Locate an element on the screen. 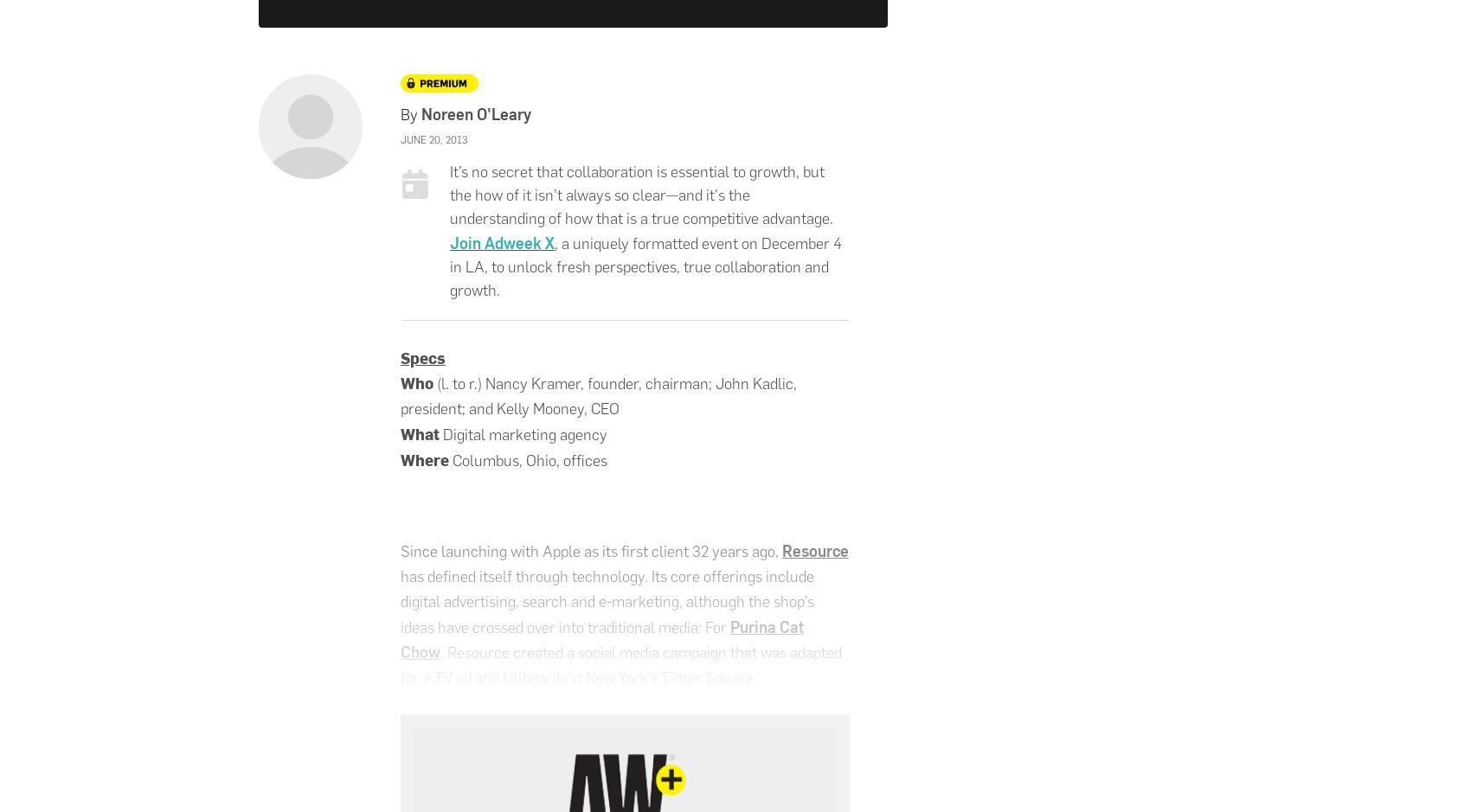 This screenshot has width=1477, height=812. 'Where' is located at coordinates (400, 458).